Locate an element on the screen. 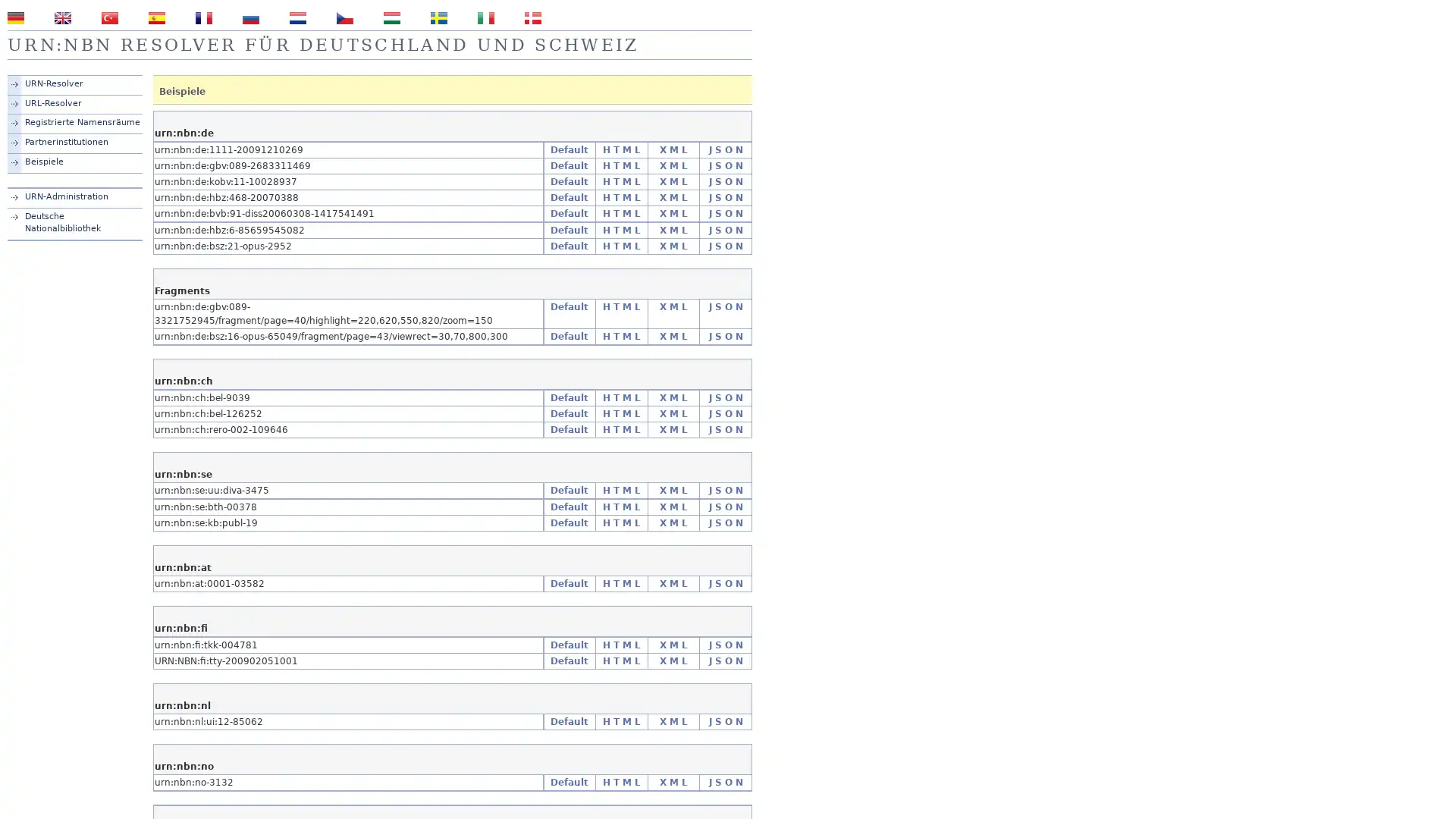  se is located at coordinates (438, 17).